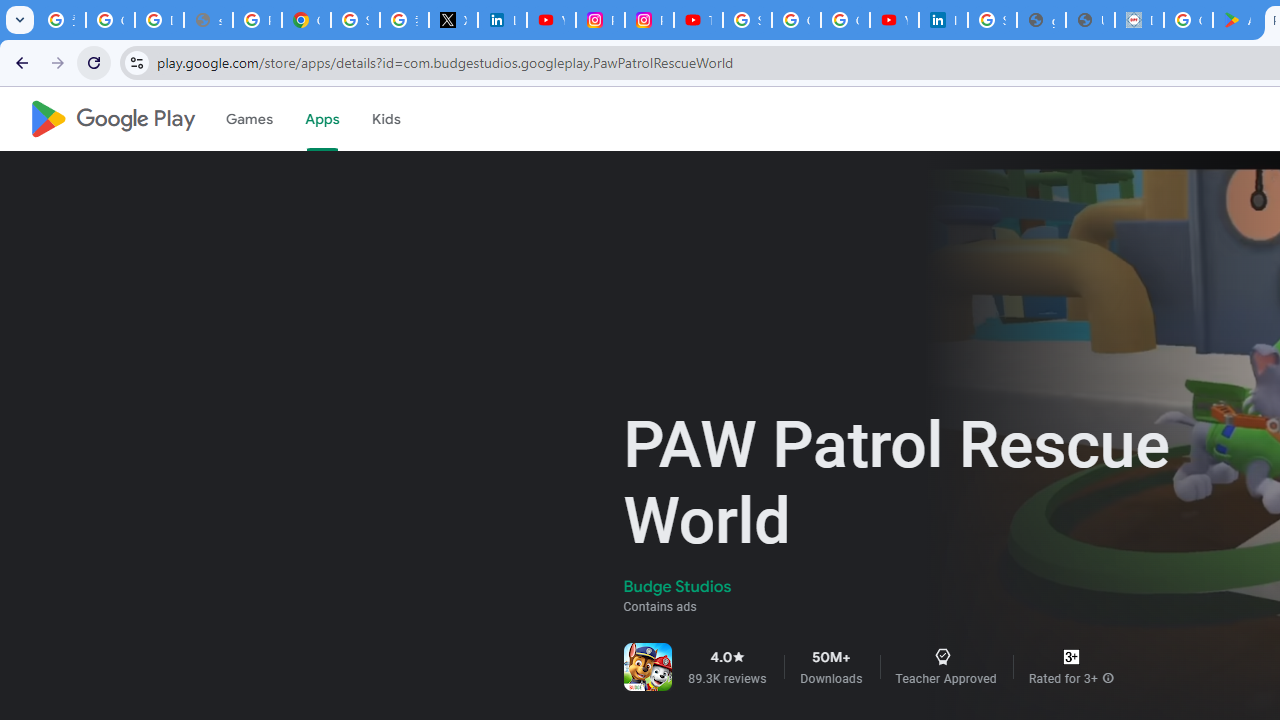  Describe the element at coordinates (1236, 20) in the screenshot. I see `'Android Apps on Google Play'` at that location.